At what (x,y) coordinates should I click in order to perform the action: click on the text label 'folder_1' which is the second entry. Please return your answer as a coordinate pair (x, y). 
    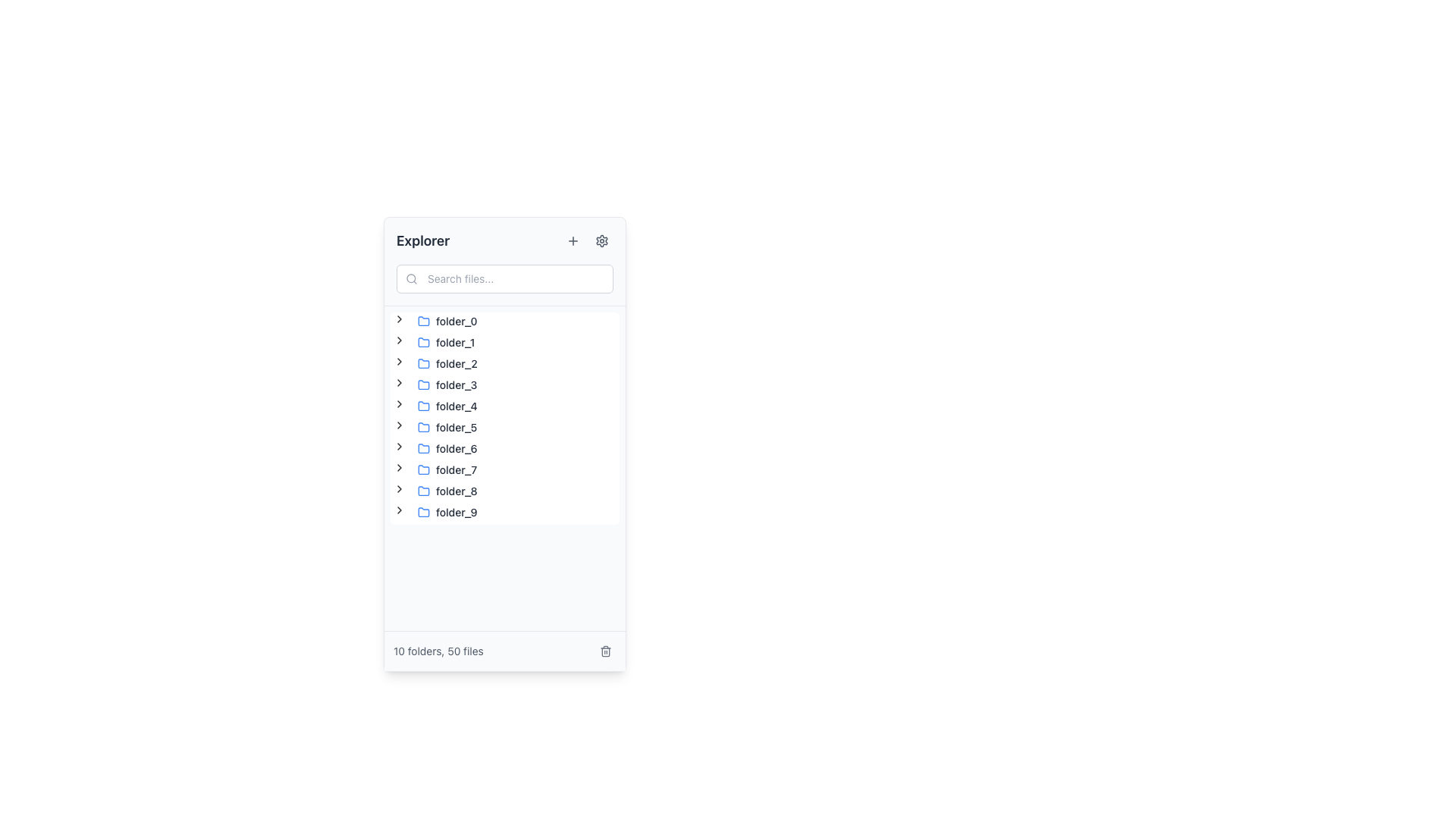
    Looking at the image, I should click on (454, 342).